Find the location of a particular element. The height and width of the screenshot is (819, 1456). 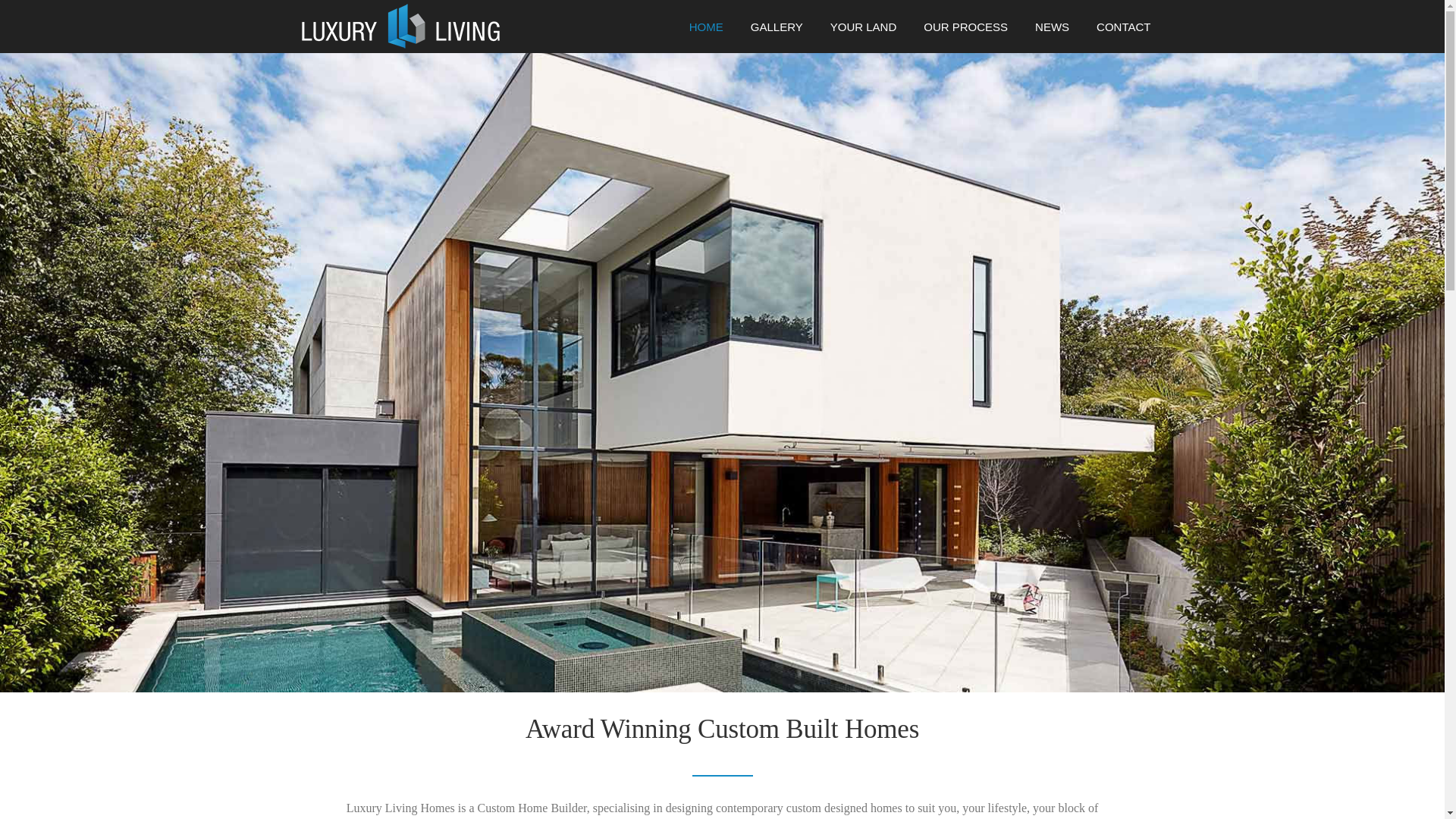

'CONTACT' is located at coordinates (1116, 33).